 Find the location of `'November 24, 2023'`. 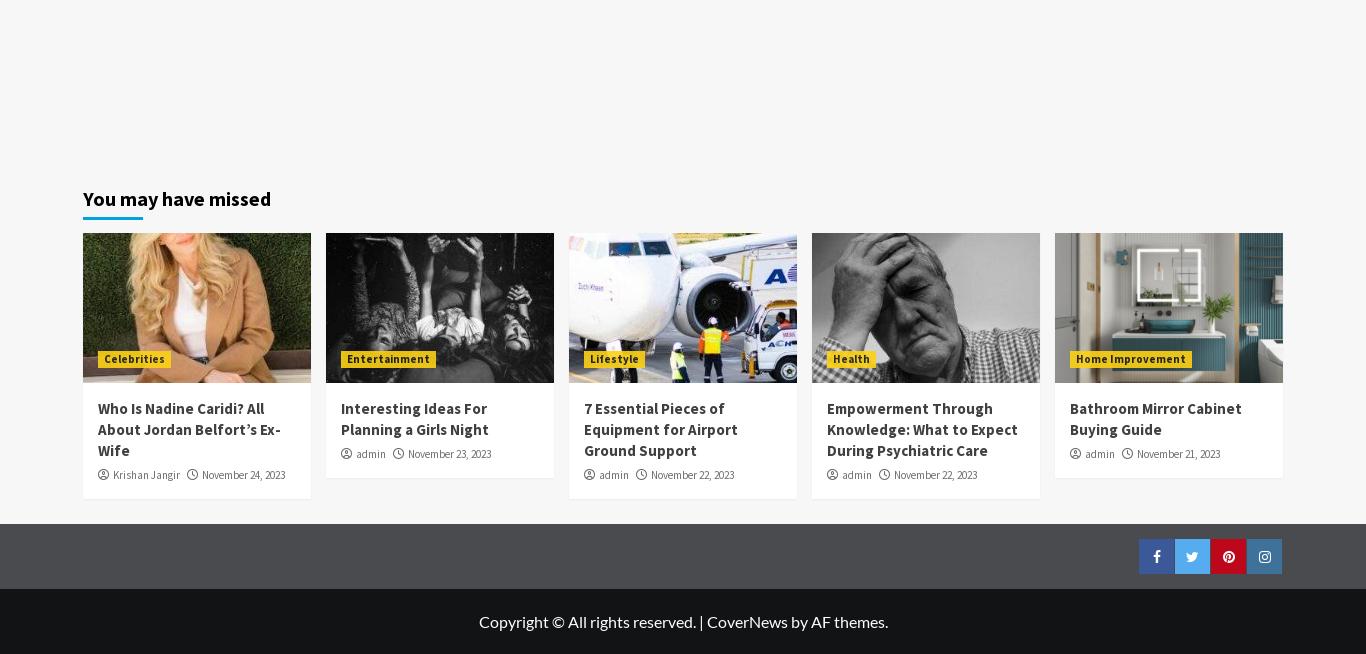

'November 24, 2023' is located at coordinates (243, 473).